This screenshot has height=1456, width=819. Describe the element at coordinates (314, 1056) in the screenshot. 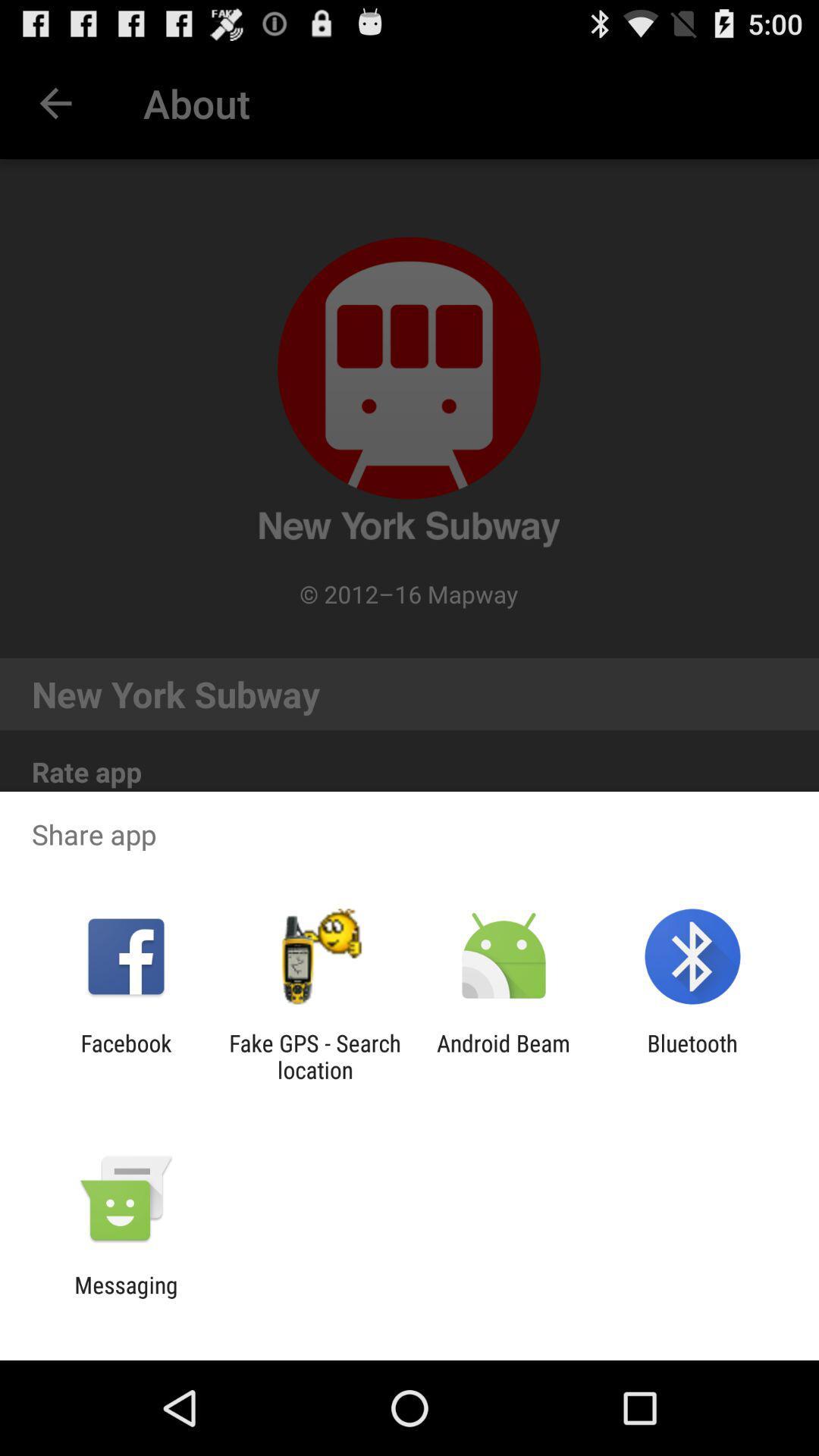

I see `fake gps search app` at that location.